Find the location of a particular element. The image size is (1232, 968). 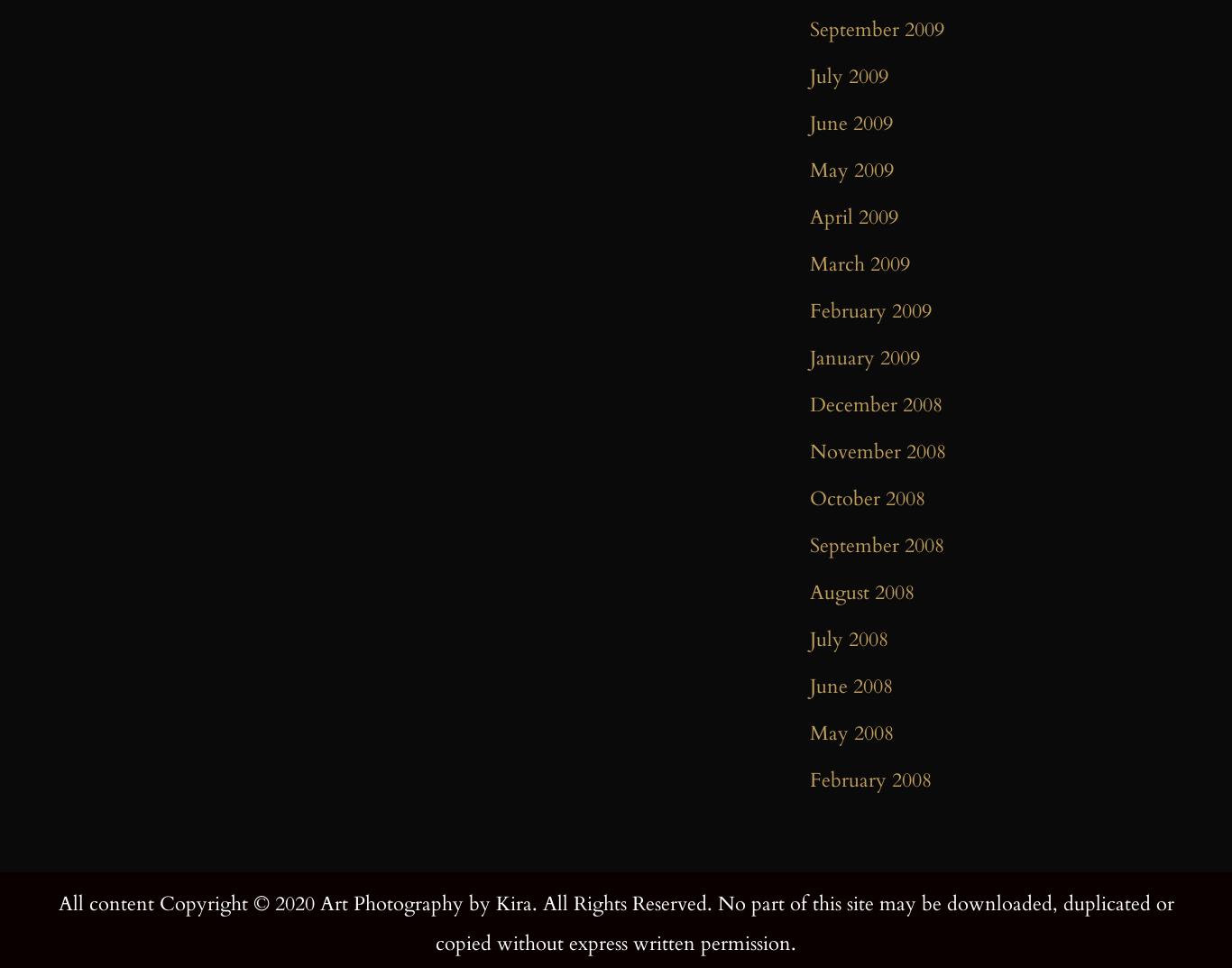

'September 2009' is located at coordinates (877, 29).